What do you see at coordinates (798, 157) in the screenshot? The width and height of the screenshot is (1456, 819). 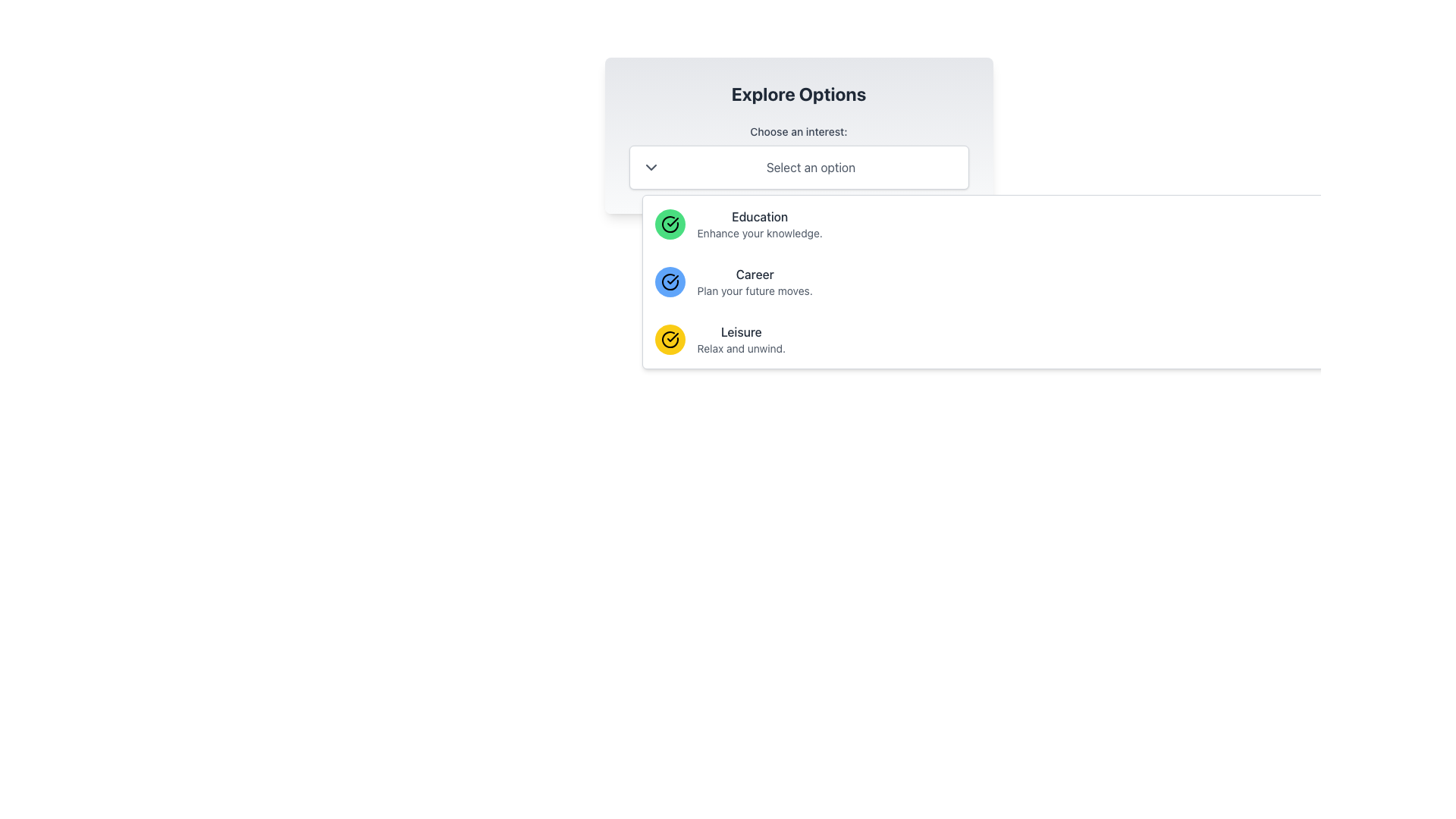 I see `the Dropdown menu located below the 'Explore Options' header` at bounding box center [798, 157].